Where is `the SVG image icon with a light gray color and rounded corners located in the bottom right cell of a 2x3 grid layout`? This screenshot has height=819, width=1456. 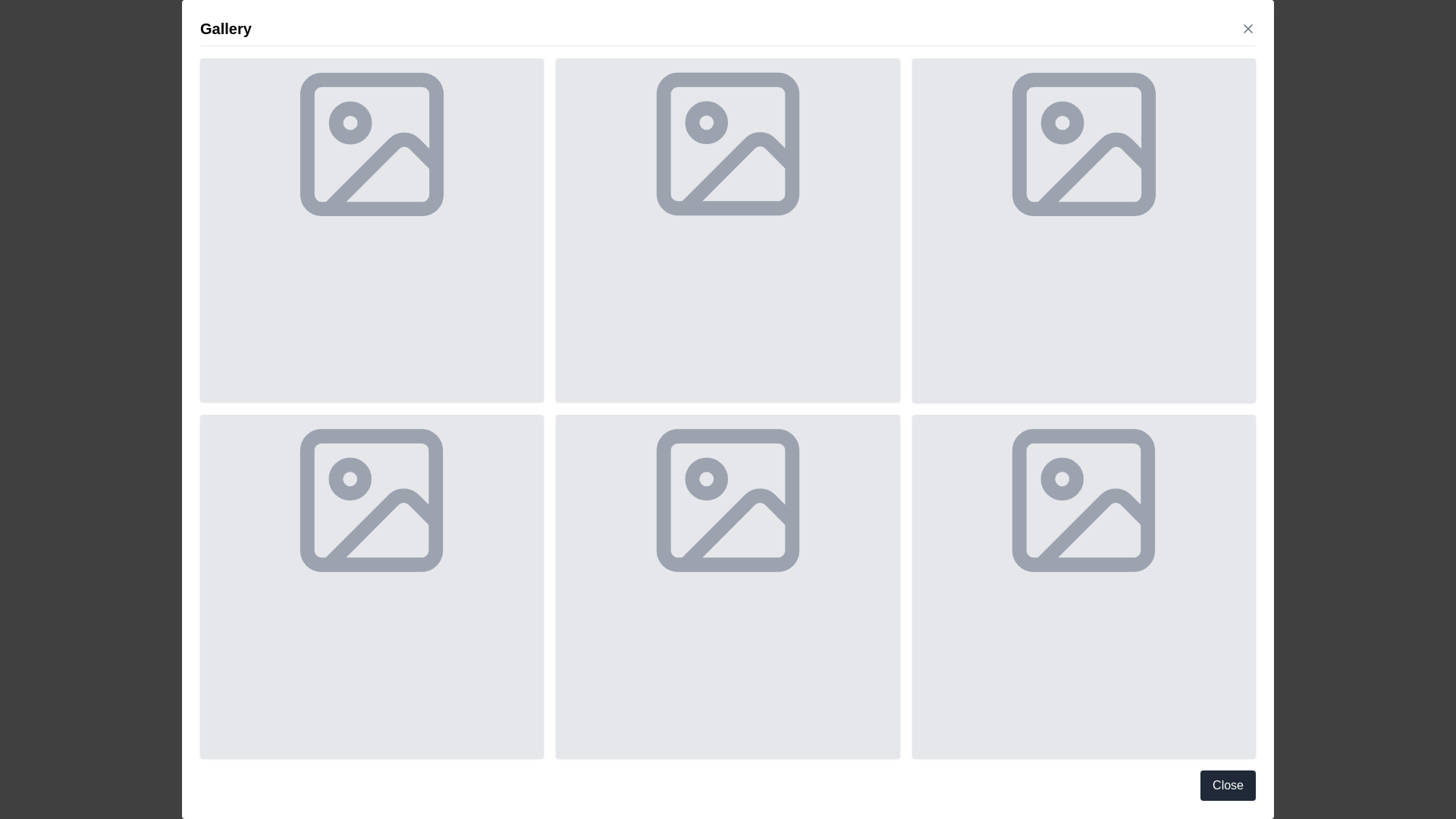
the SVG image icon with a light gray color and rounded corners located in the bottom right cell of a 2x3 grid layout is located at coordinates (1083, 500).